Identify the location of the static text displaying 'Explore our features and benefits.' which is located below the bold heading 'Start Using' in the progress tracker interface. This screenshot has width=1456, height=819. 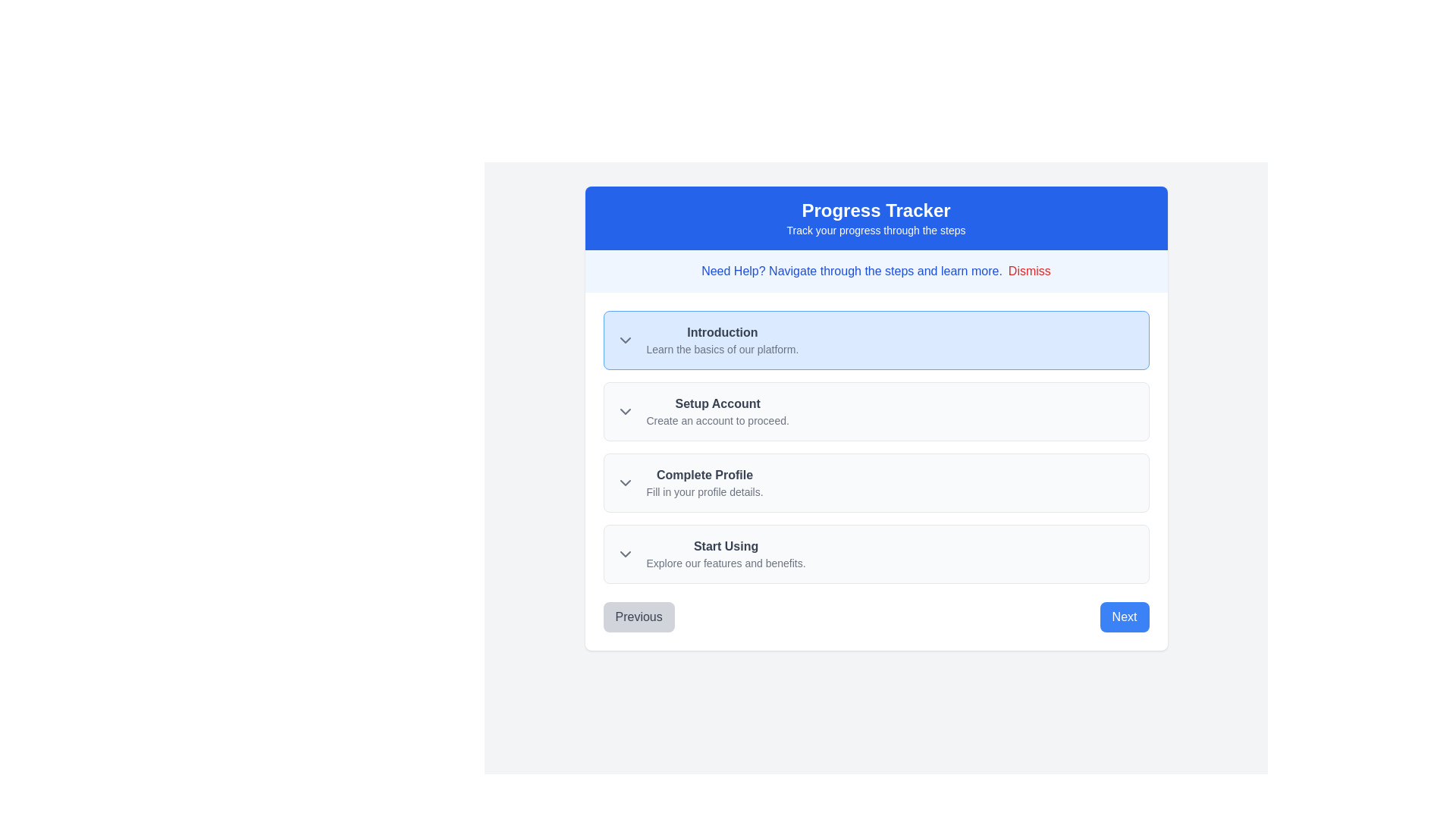
(725, 563).